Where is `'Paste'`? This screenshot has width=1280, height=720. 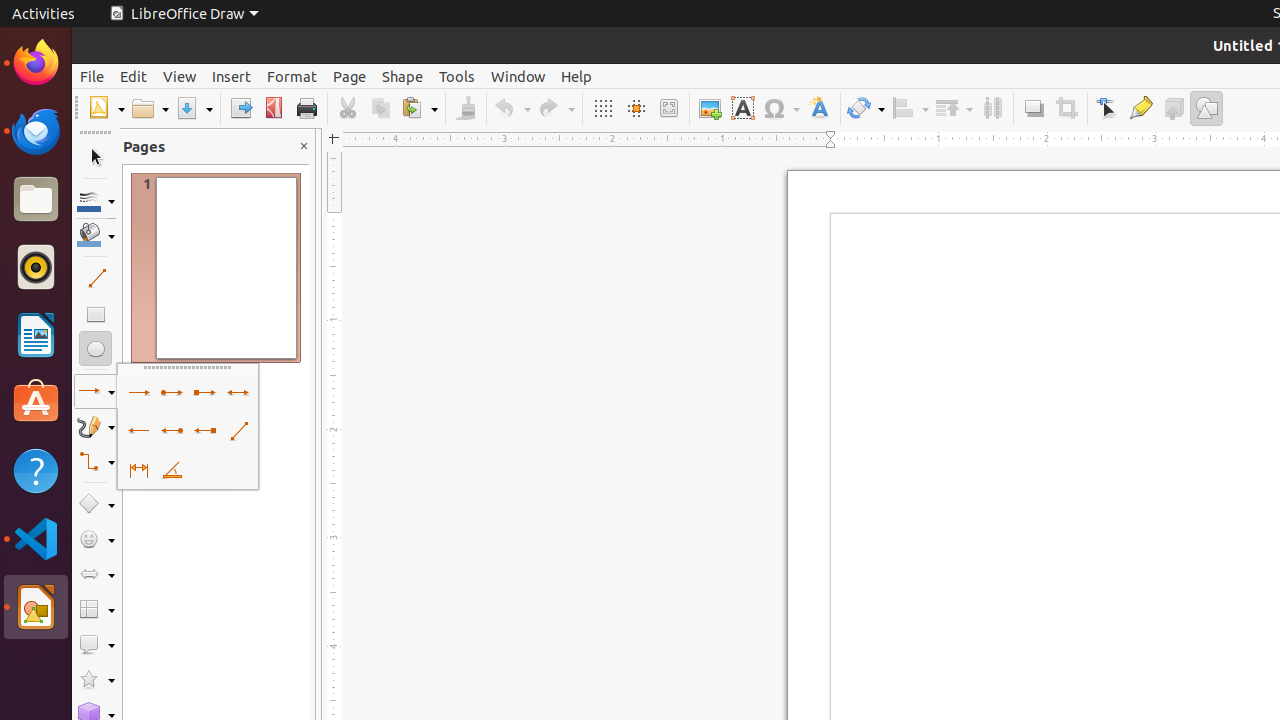
'Paste' is located at coordinates (417, 108).